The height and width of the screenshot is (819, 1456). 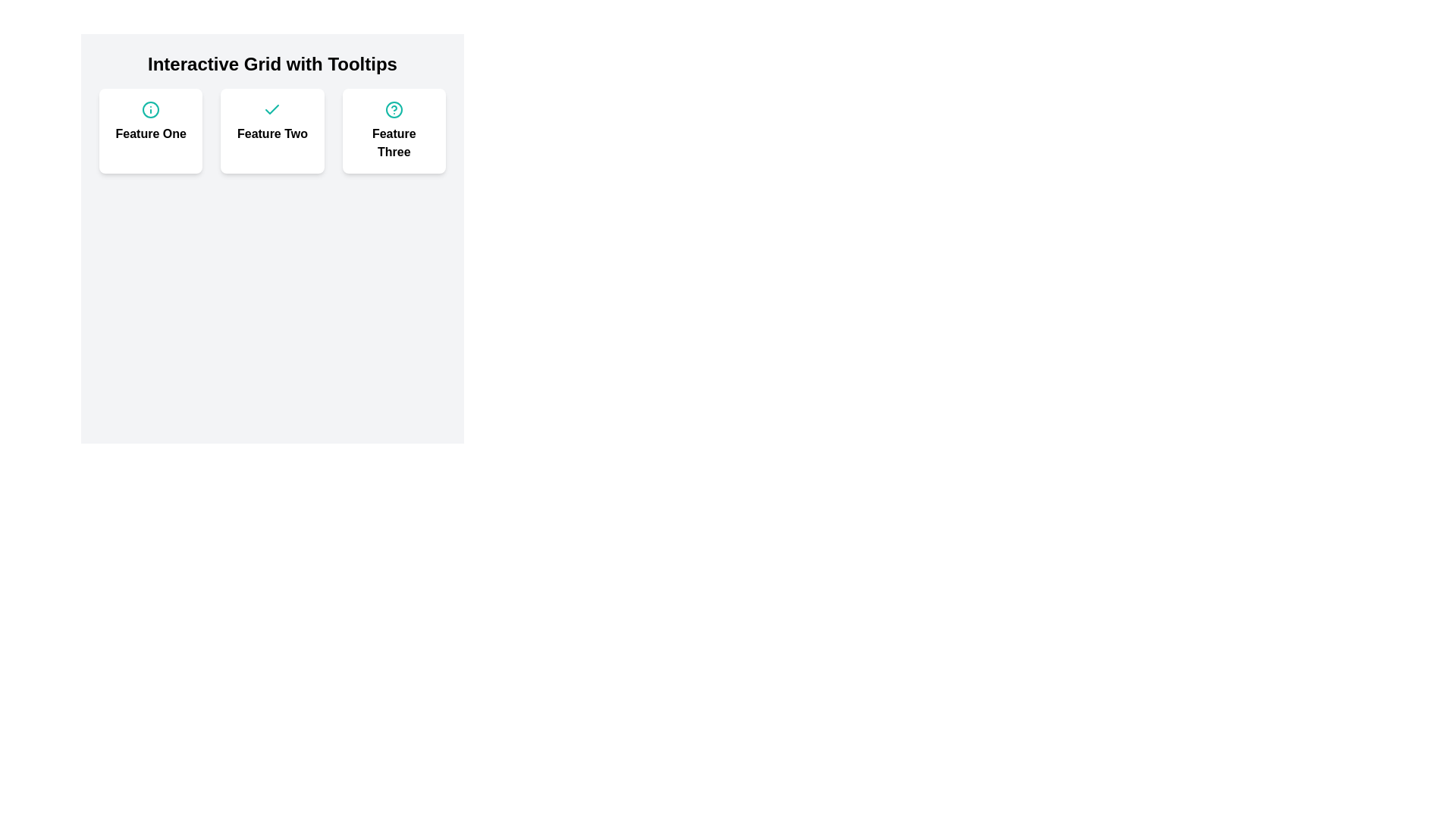 What do you see at coordinates (394, 143) in the screenshot?
I see `the text label displaying 'Feature Three', which is bold and centered within the third card` at bounding box center [394, 143].